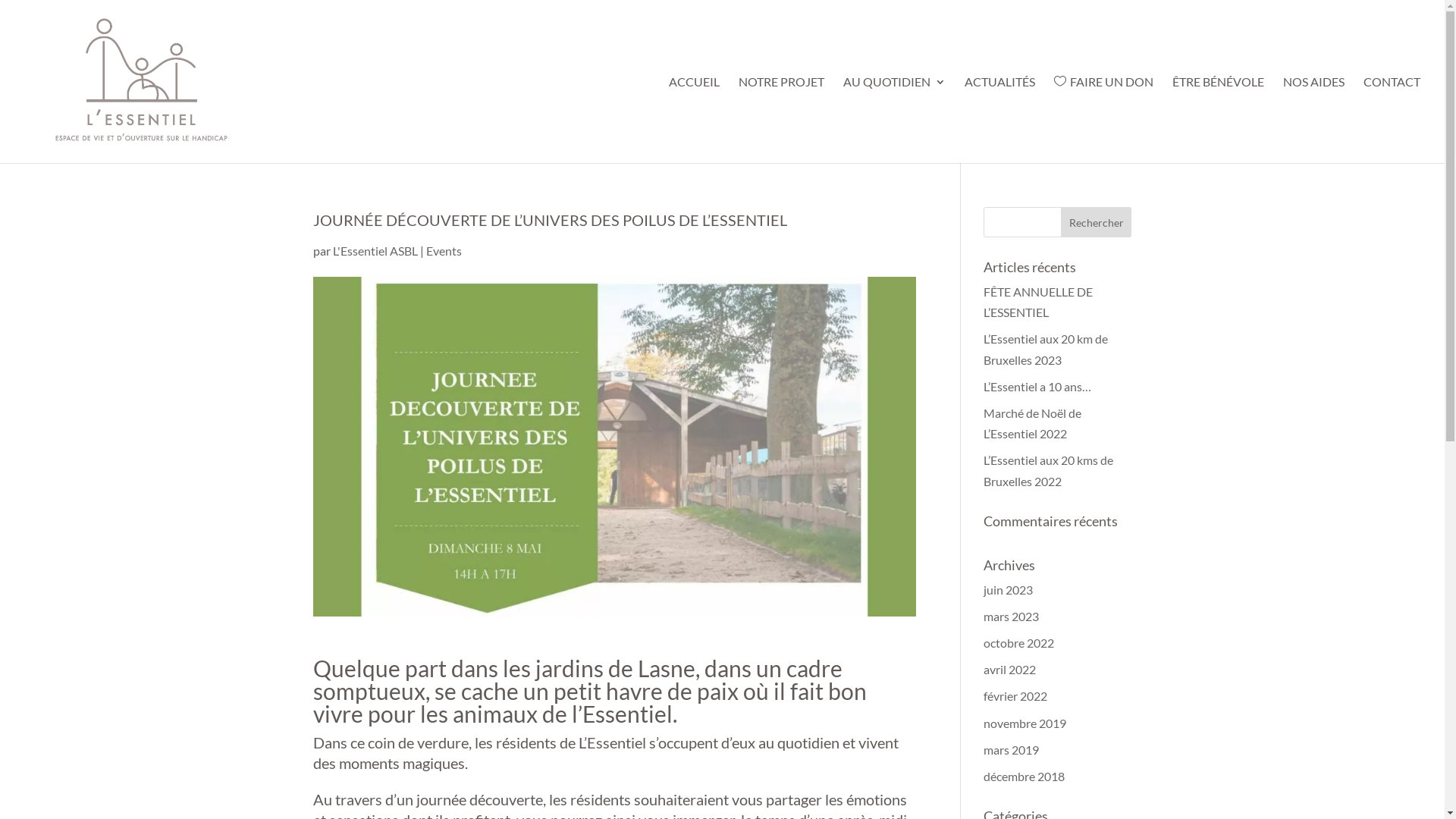  Describe the element at coordinates (983, 722) in the screenshot. I see `'novembre 2019'` at that location.